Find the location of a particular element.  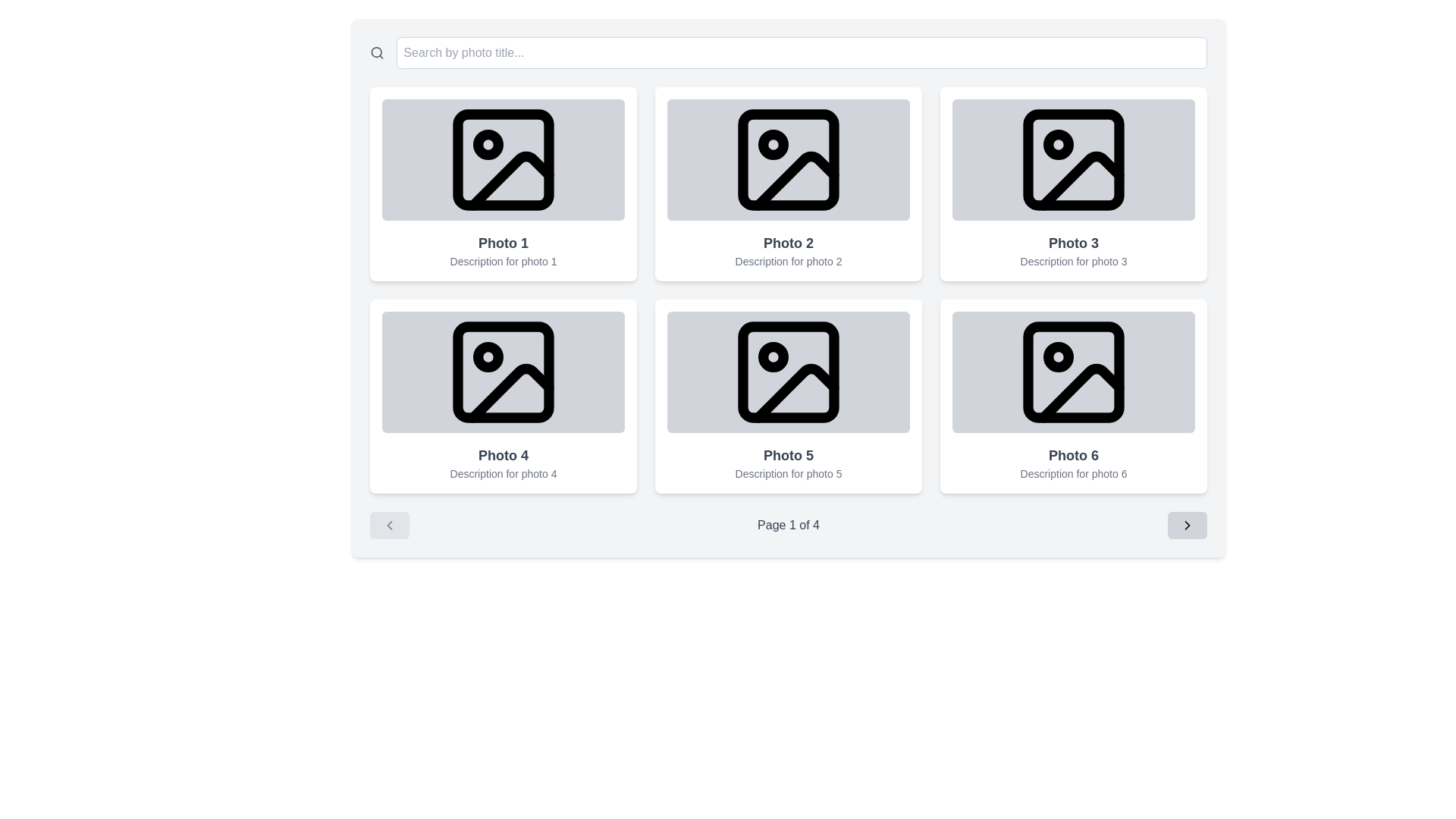

the text label indicating the current page ('1') out of a total of four pages in the pagination system, which is centrally positioned in the layout is located at coordinates (789, 525).